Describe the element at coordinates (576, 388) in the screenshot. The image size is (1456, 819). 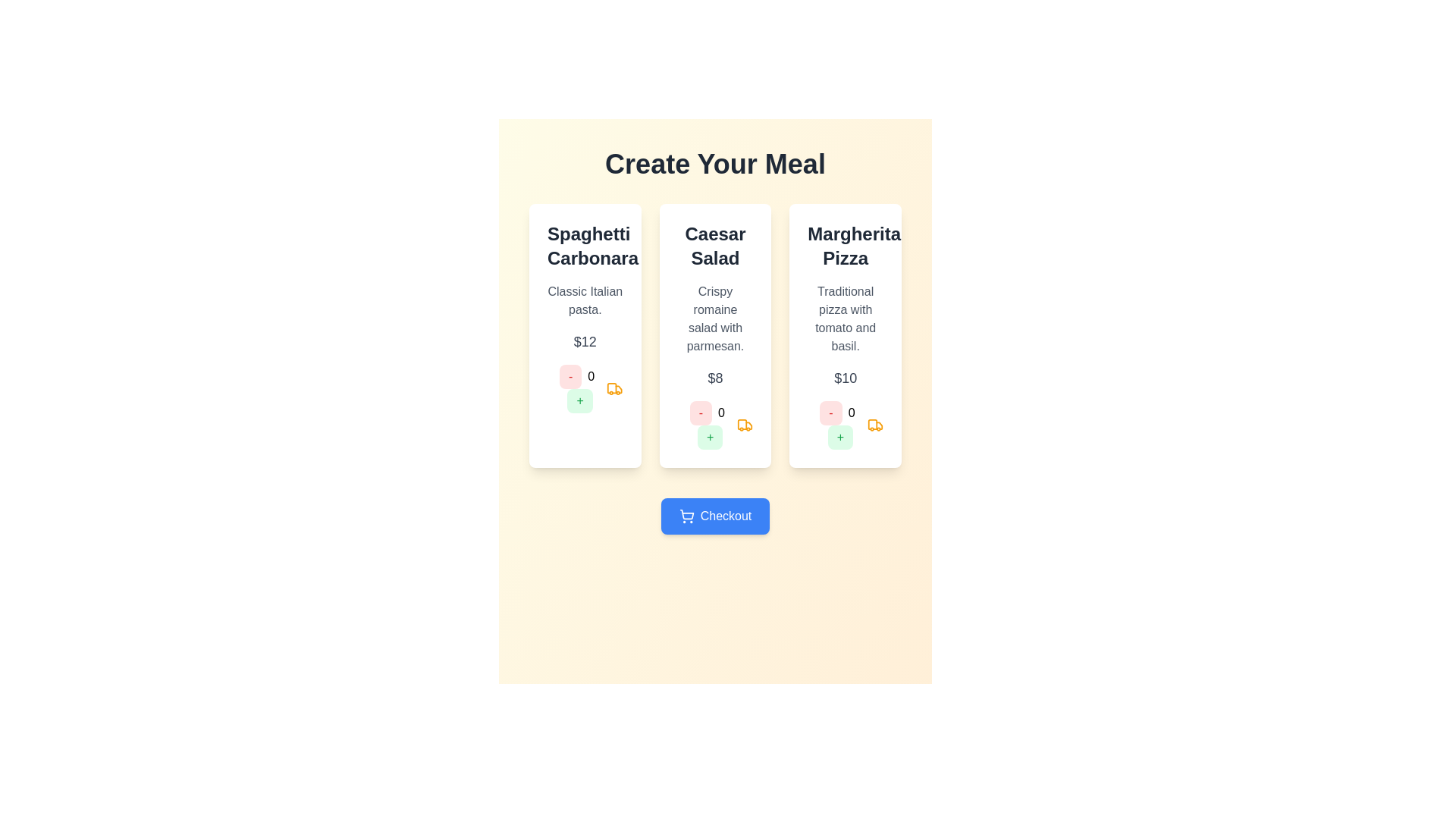
I see `the displayed number in the Composite control containing a red minus button, a numeral '0', and a green plus button, located in the Spaghetti Carbonara card, below '$12'` at that location.